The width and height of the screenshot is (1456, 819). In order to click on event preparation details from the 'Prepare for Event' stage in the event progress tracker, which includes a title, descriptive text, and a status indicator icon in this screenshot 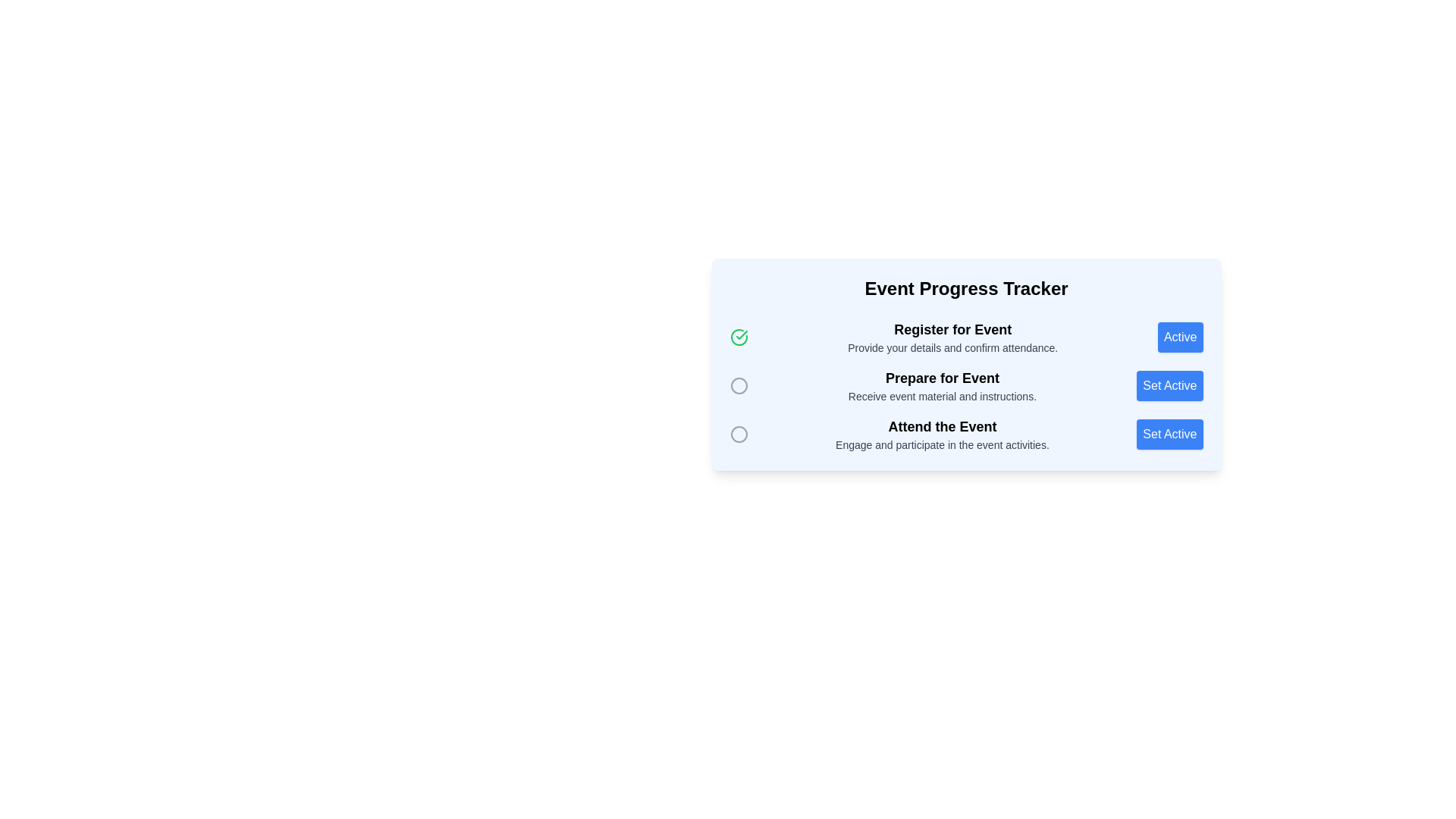, I will do `click(965, 385)`.